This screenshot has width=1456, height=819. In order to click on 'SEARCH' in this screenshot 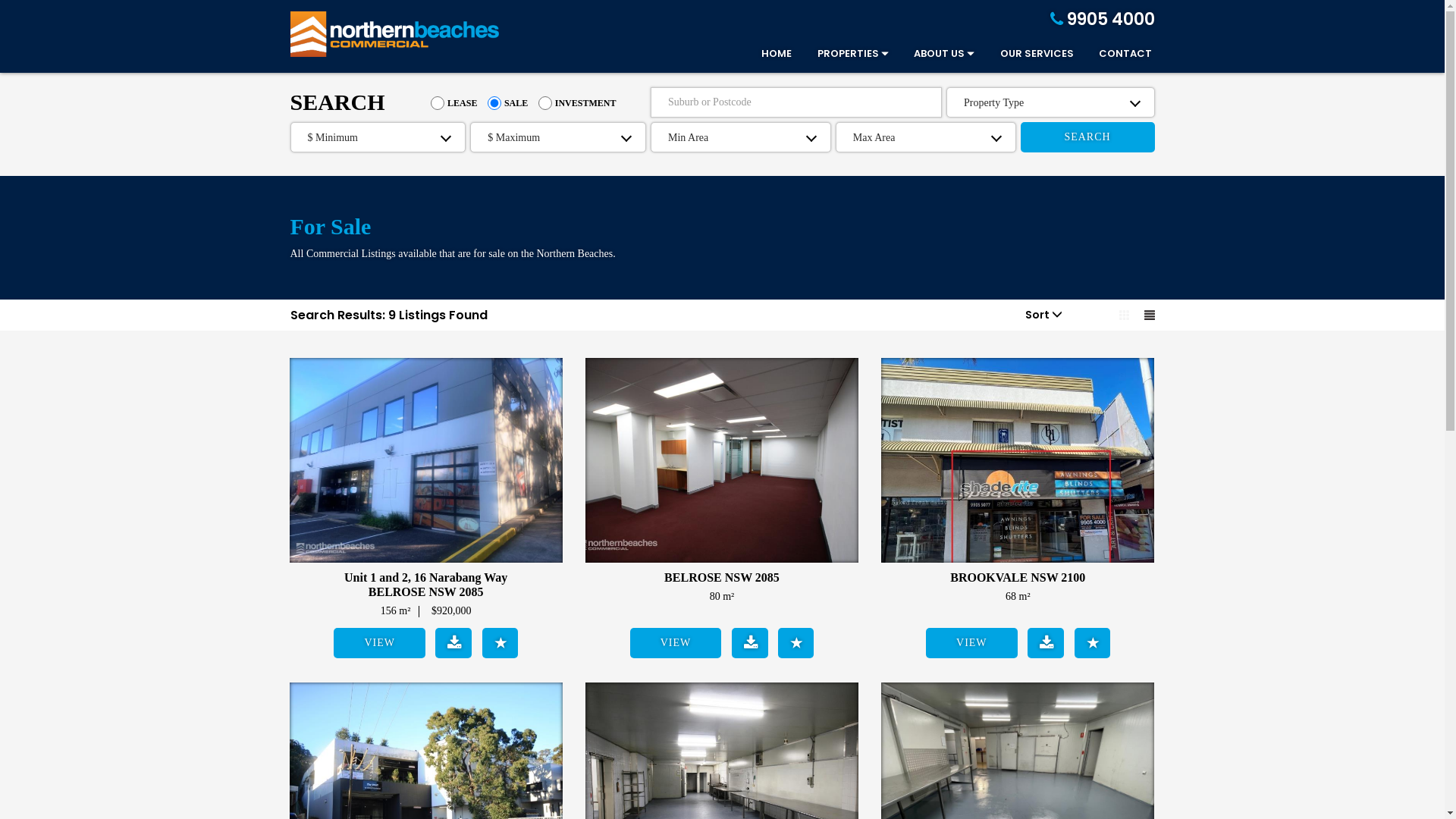, I will do `click(1087, 137)`.